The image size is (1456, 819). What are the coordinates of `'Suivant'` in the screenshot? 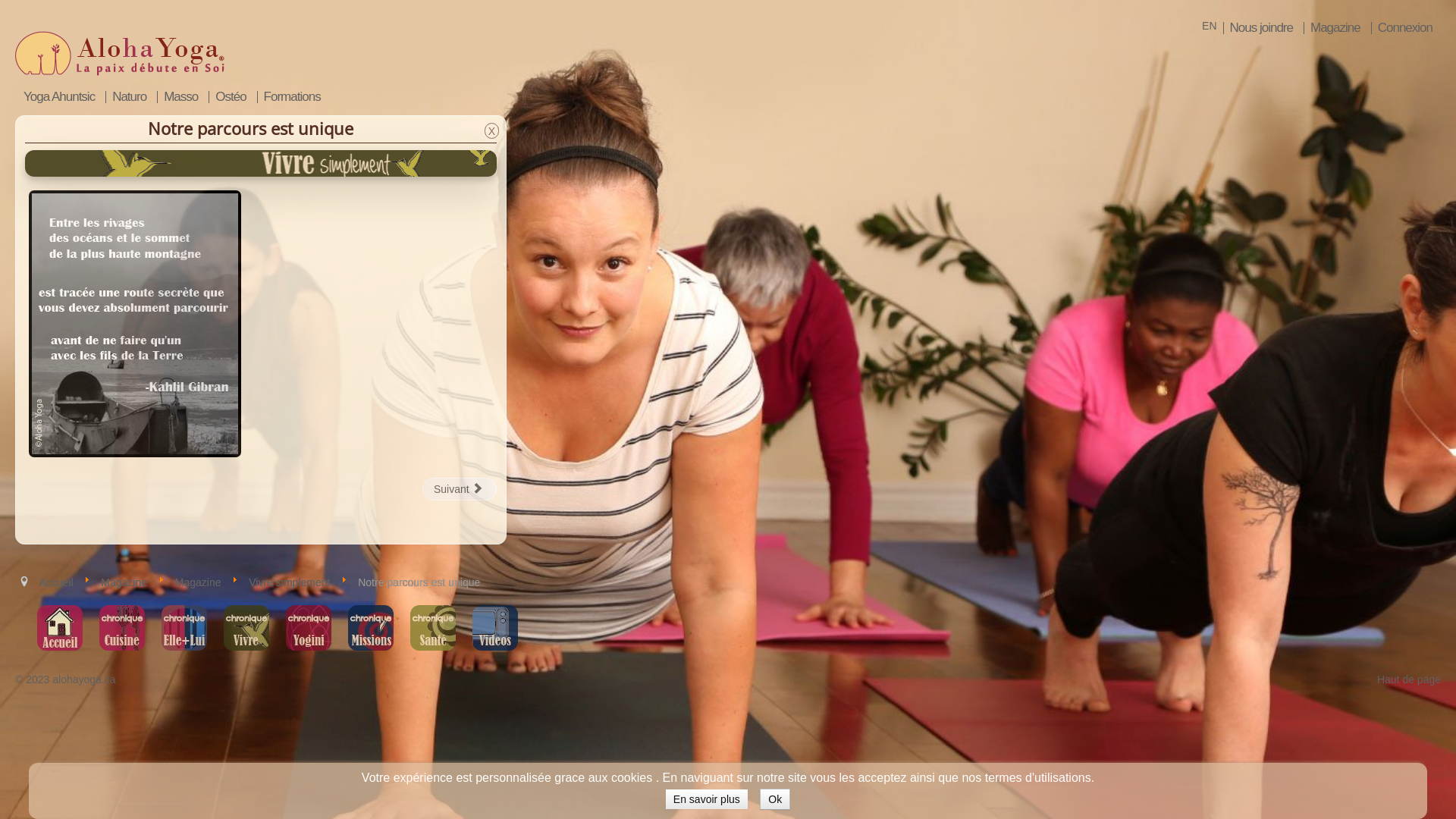 It's located at (458, 488).